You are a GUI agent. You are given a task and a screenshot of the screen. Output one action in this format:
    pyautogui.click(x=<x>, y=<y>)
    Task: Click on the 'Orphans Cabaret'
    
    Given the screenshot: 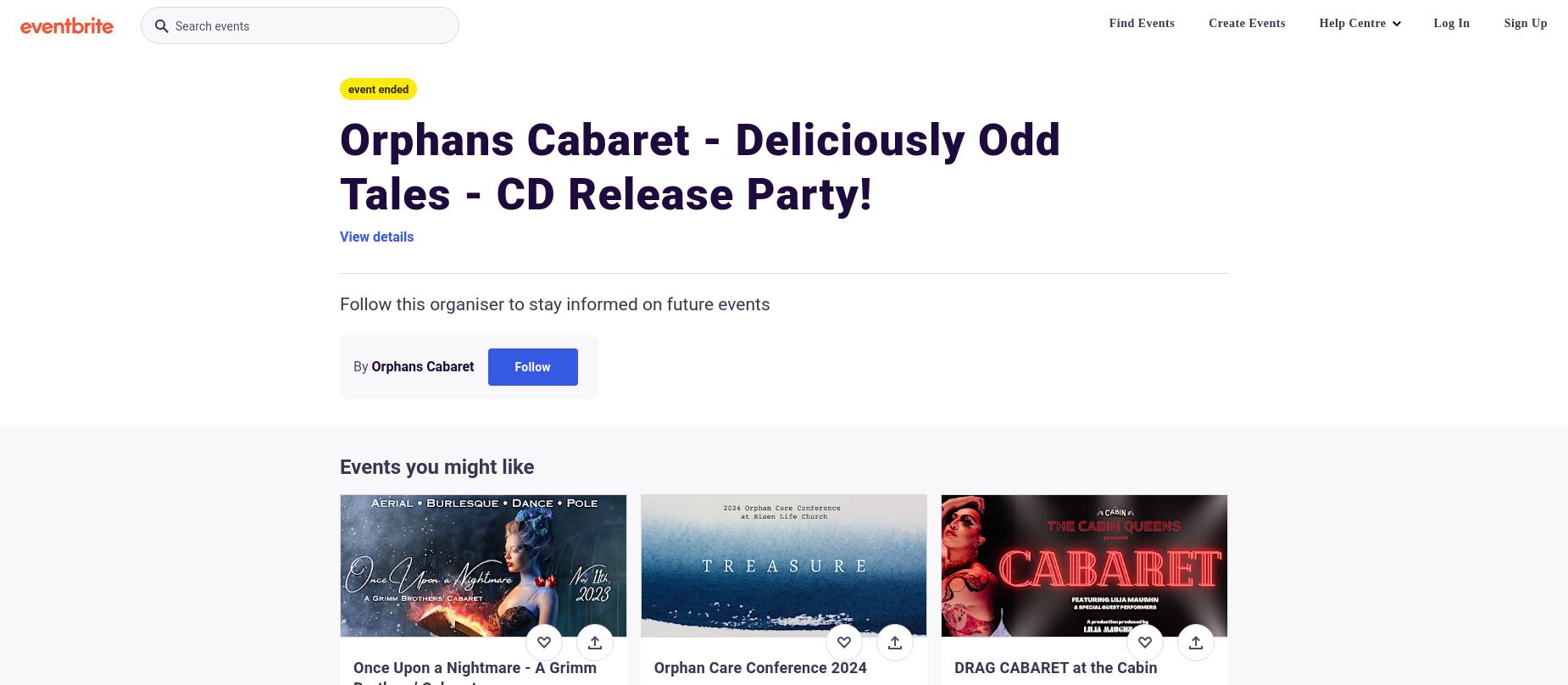 What is the action you would take?
    pyautogui.click(x=370, y=366)
    